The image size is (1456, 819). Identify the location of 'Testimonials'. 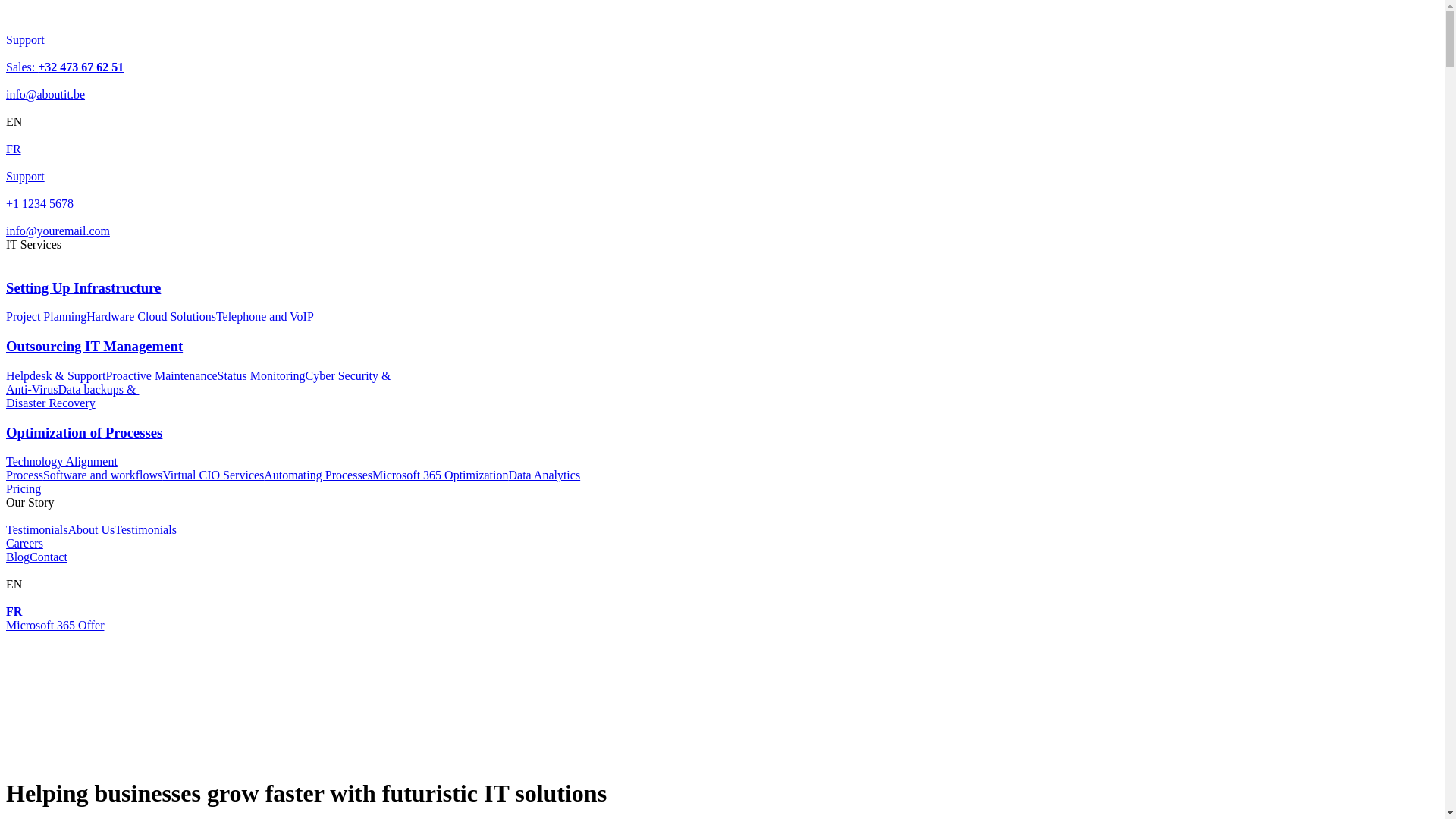
(36, 529).